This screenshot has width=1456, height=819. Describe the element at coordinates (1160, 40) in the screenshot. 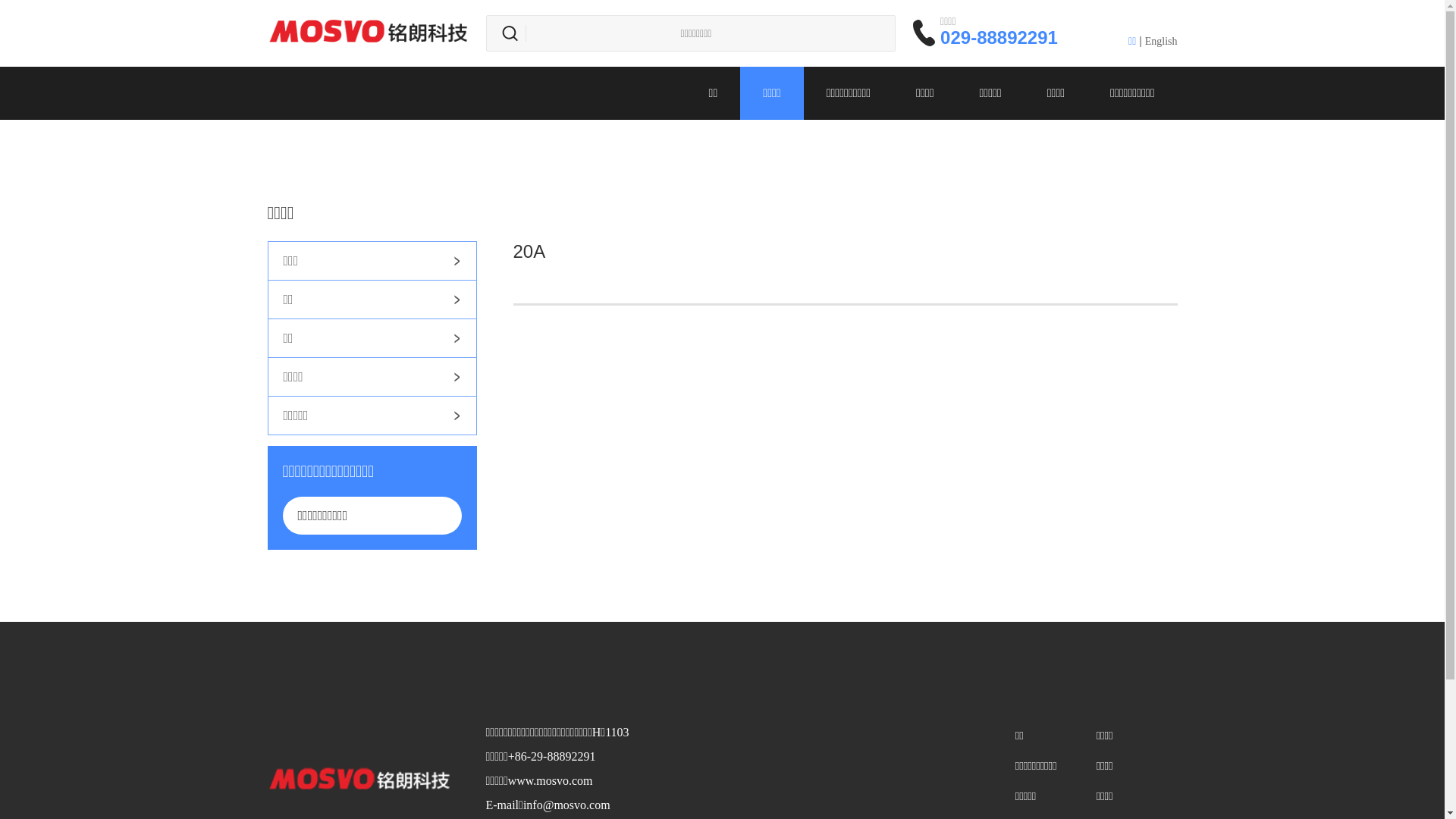

I see `'English'` at that location.